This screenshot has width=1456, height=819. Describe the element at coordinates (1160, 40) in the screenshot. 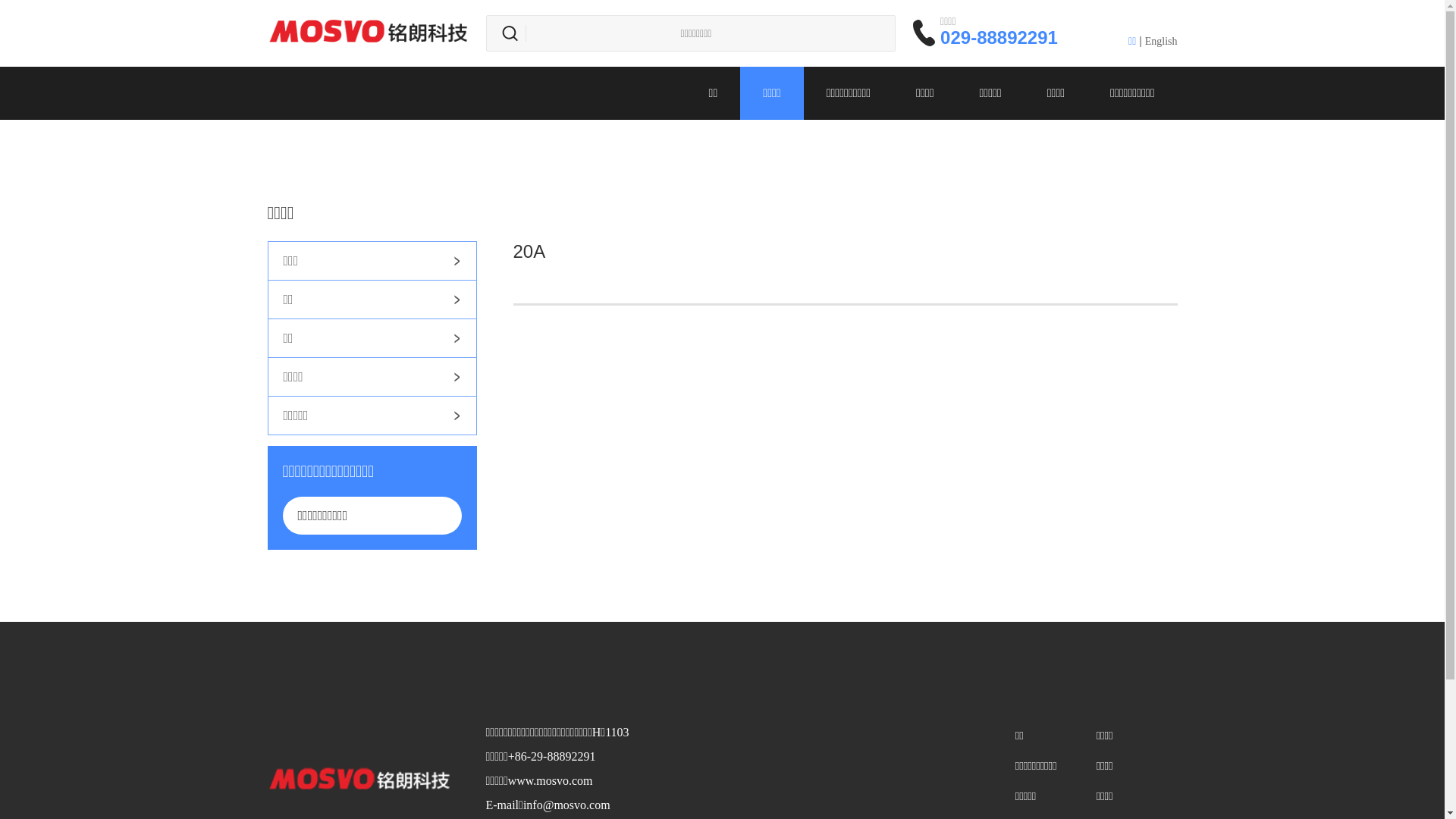

I see `'English'` at that location.